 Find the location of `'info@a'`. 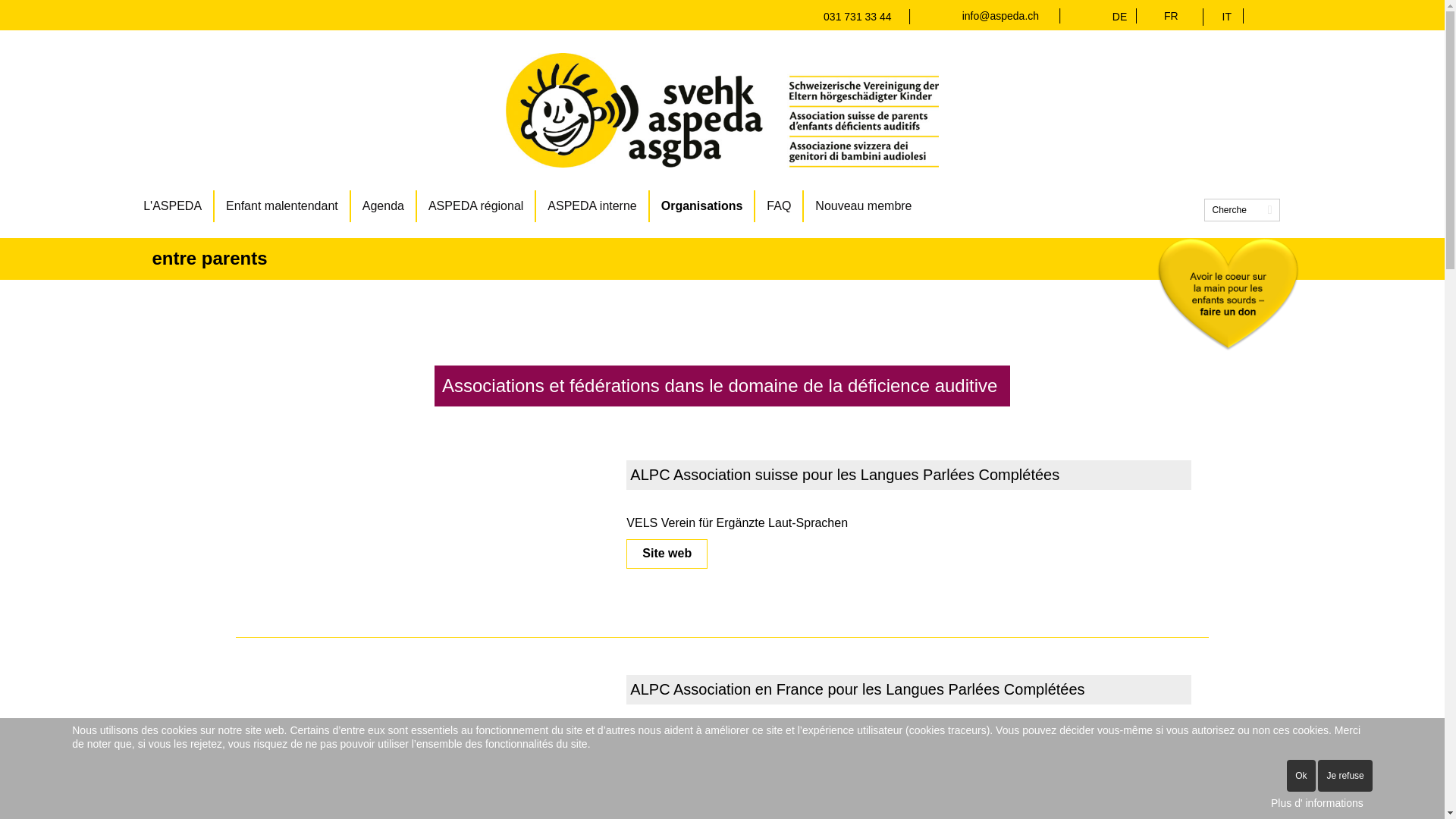

'info@a' is located at coordinates (961, 15).